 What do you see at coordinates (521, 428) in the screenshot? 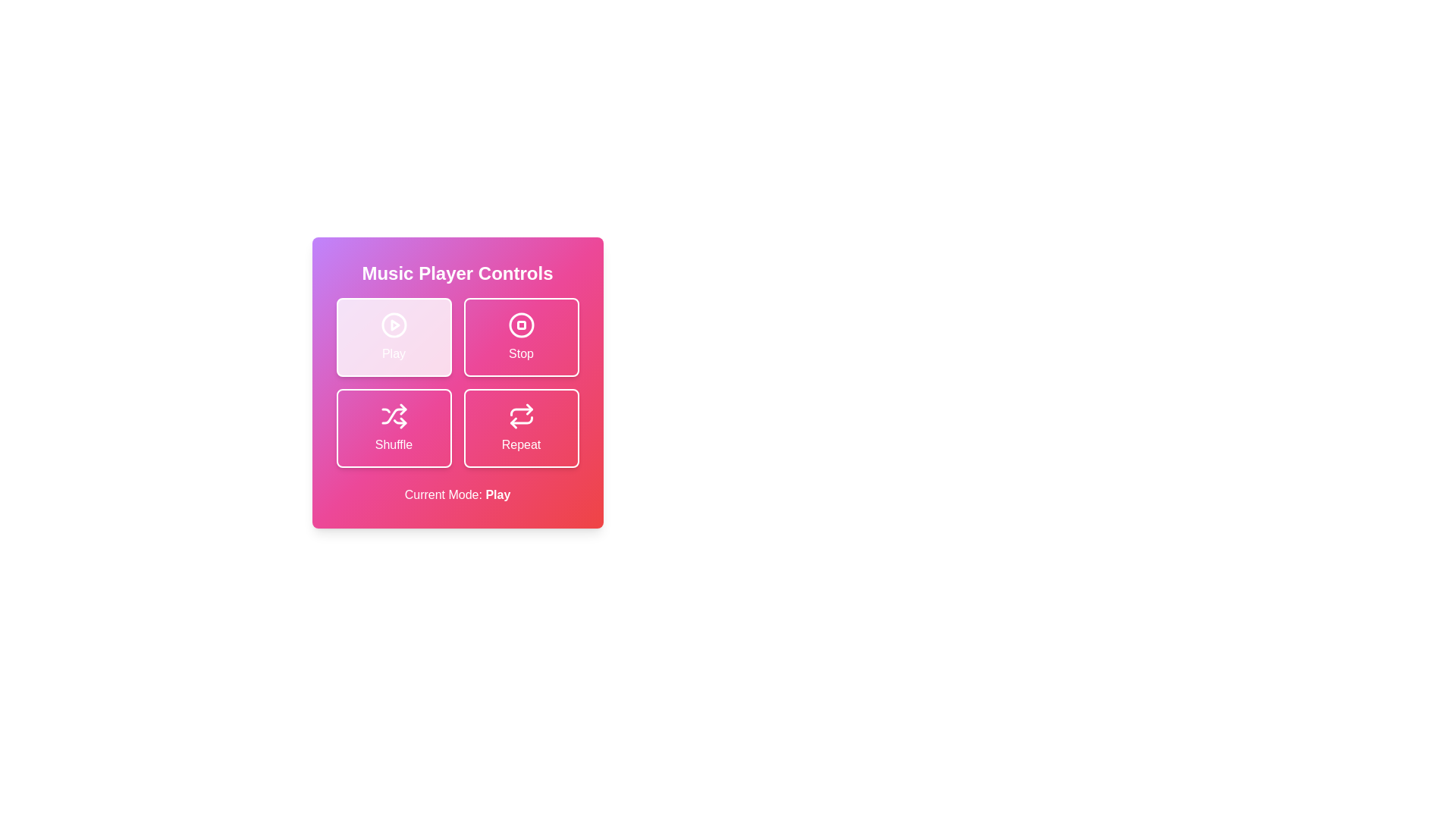
I see `the Repeat button to observe its hover effect` at bounding box center [521, 428].